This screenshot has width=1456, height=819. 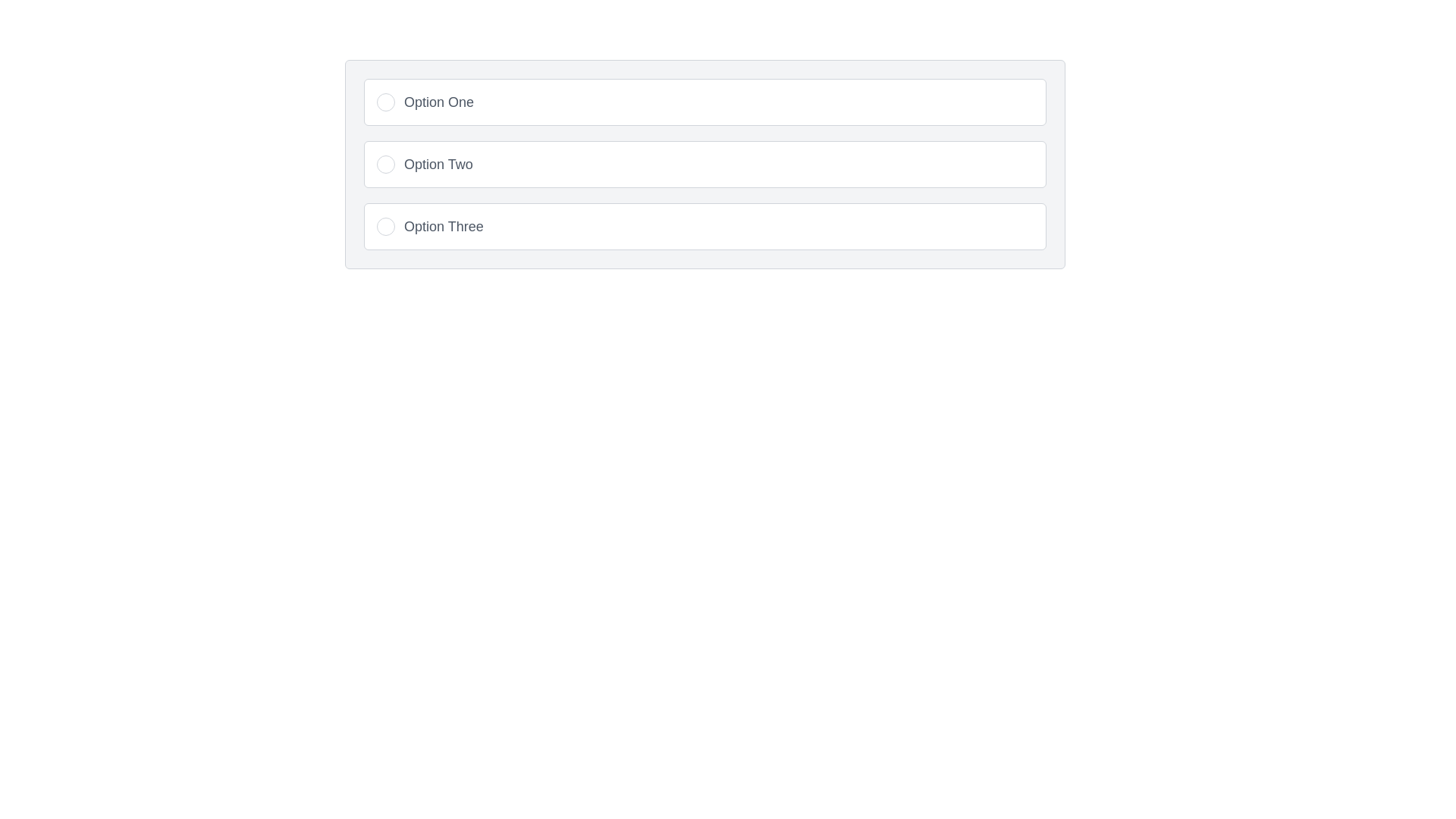 What do you see at coordinates (385, 227) in the screenshot?
I see `the radio button indicator for 'Option Three'` at bounding box center [385, 227].